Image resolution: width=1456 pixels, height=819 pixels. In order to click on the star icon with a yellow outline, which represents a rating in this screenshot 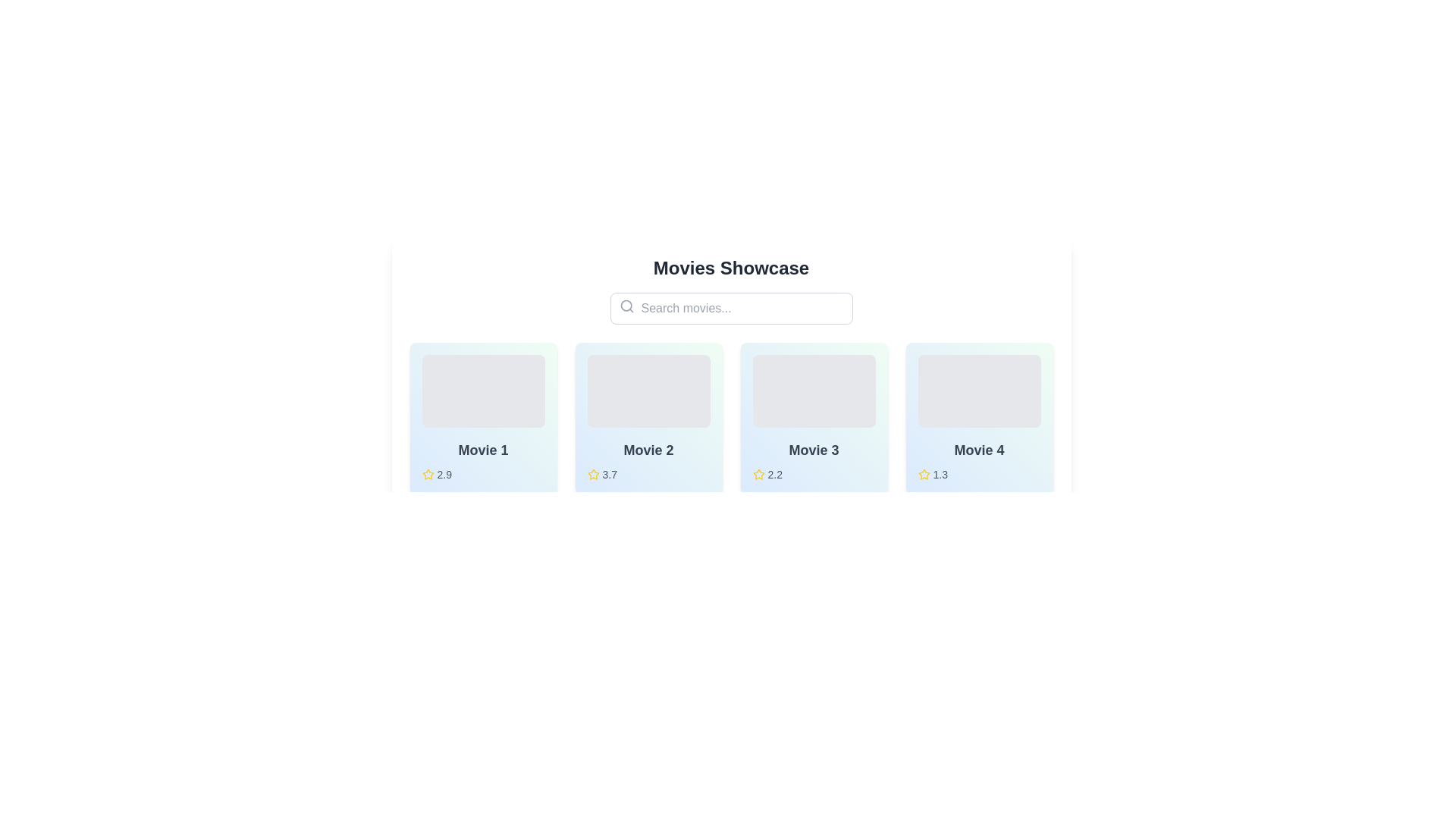, I will do `click(427, 473)`.